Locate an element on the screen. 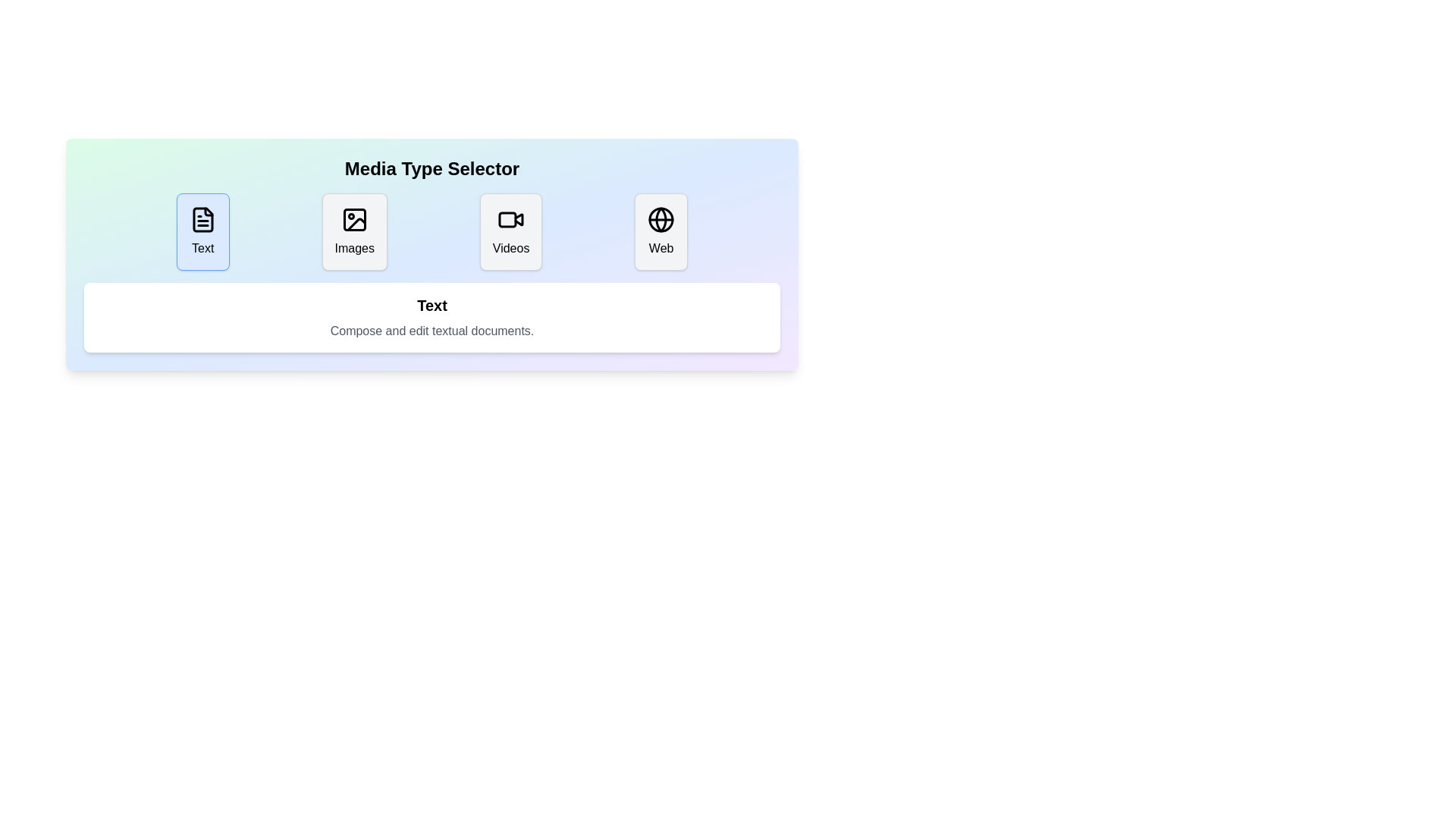 Image resolution: width=1456 pixels, height=819 pixels. the 'Images' selection icon within the media type selector interface is located at coordinates (353, 219).